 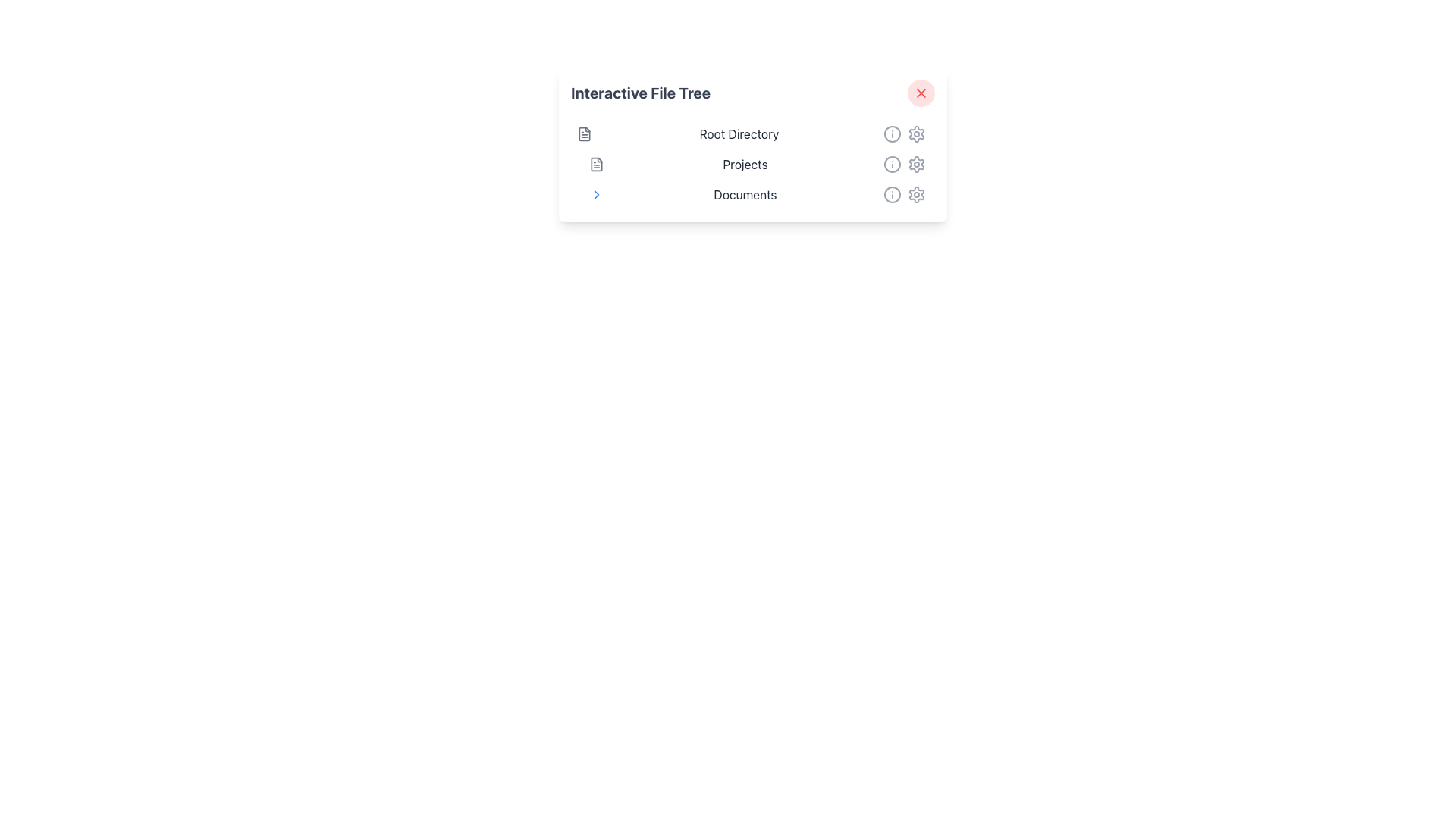 What do you see at coordinates (753, 133) in the screenshot?
I see `the 'Root Directory' item` at bounding box center [753, 133].